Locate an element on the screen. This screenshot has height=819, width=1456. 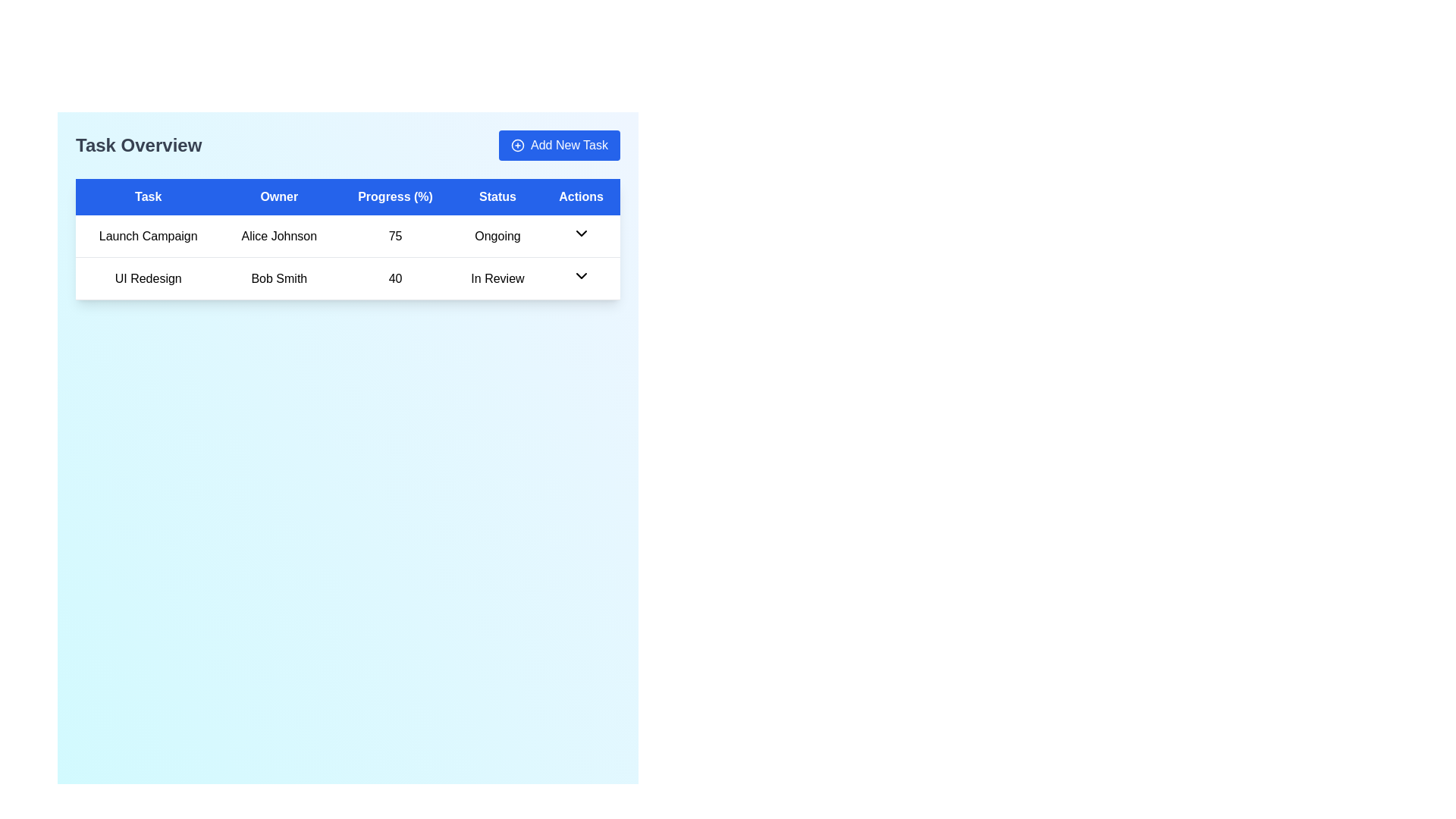
the Dropdown toggle icon located in the 'Actions' column of the table for the 'Launch Campaign' task is located at coordinates (580, 234).